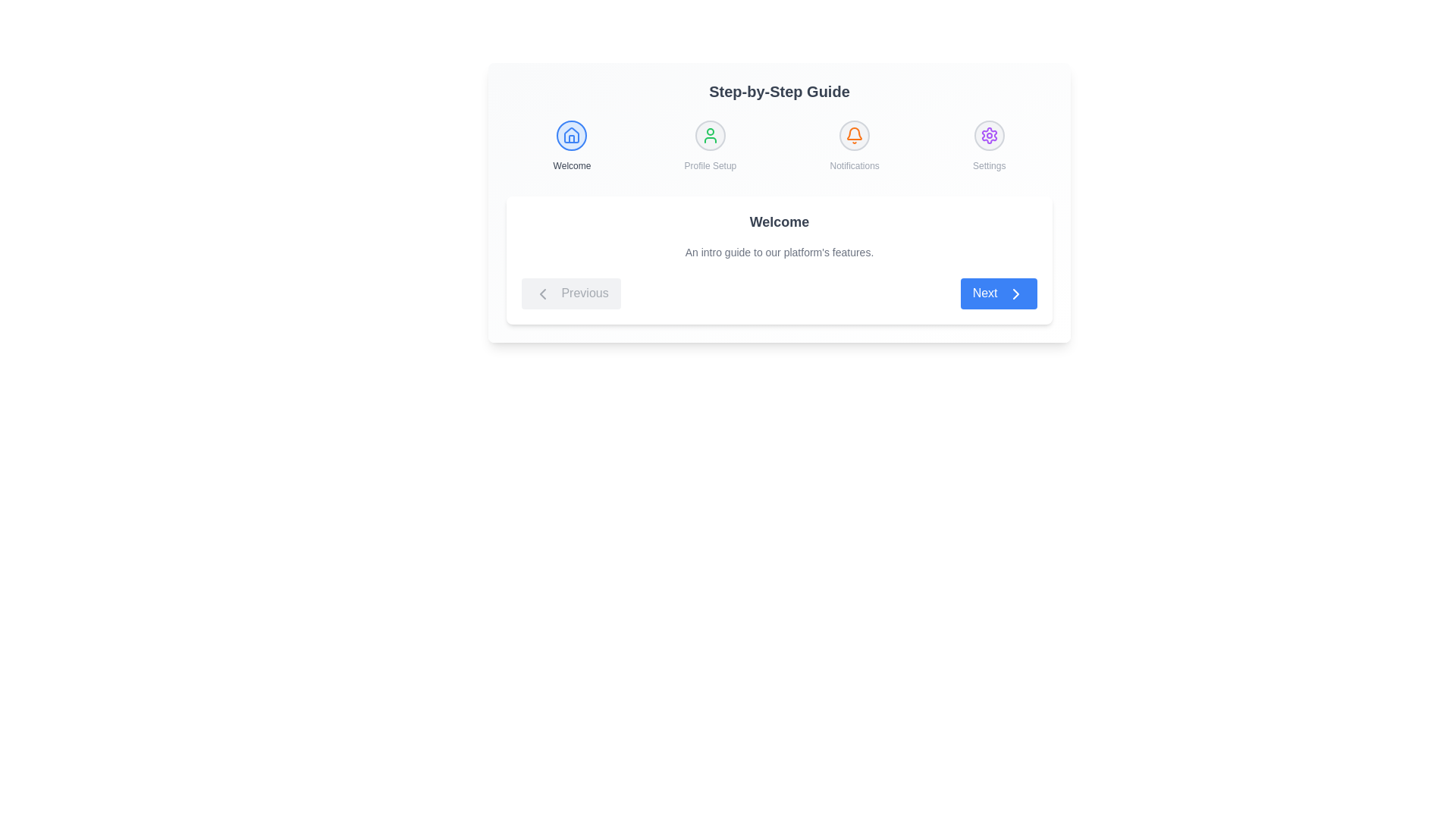 Image resolution: width=1456 pixels, height=819 pixels. What do you see at coordinates (571, 139) in the screenshot?
I see `the vertical rectangular segment within the house-like icon that is styled with blue strokes and positioned above the 'Welcome' text in the step-by-step guide interface` at bounding box center [571, 139].